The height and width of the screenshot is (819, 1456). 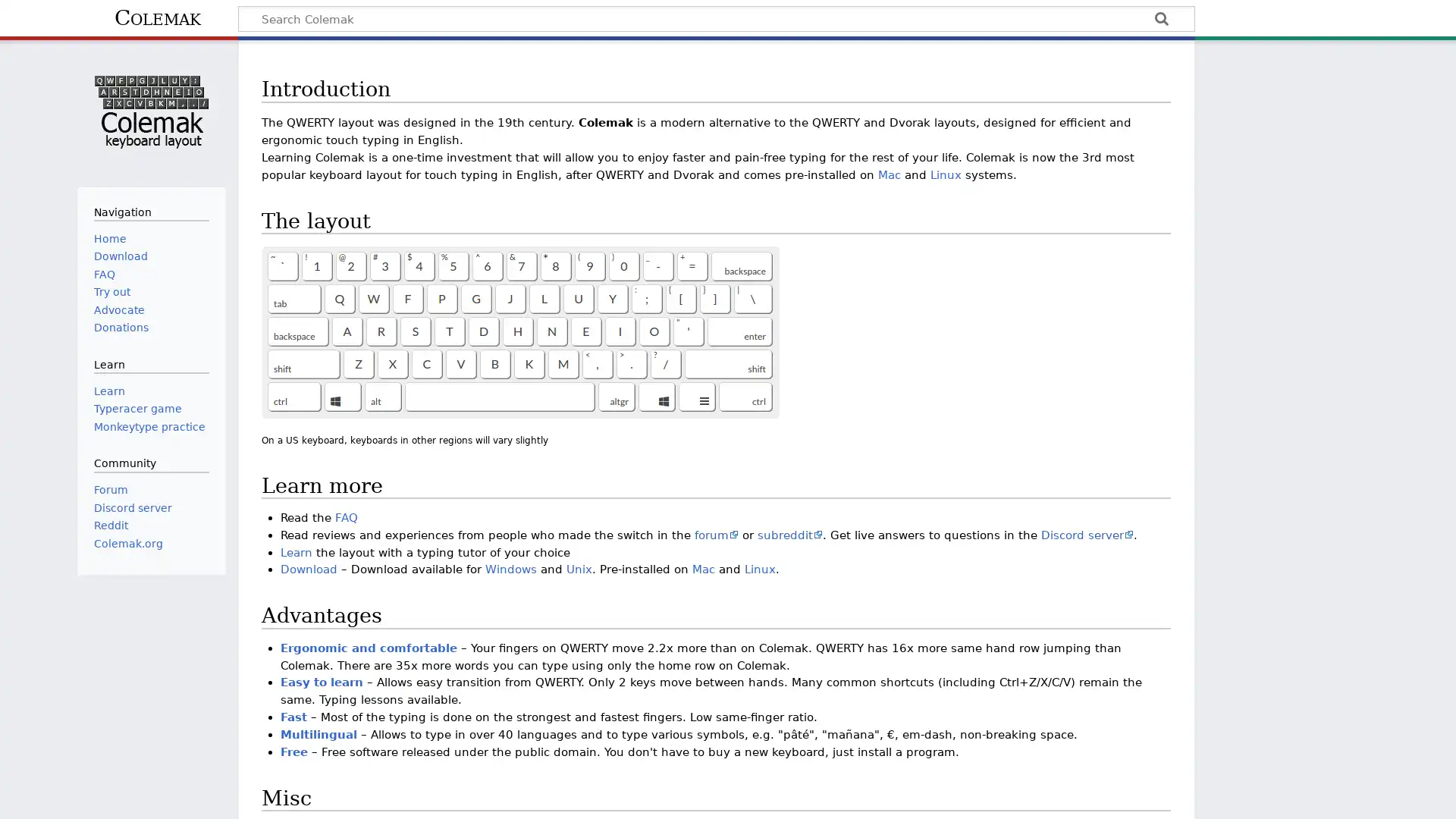 What do you see at coordinates (1160, 20) in the screenshot?
I see `Go` at bounding box center [1160, 20].